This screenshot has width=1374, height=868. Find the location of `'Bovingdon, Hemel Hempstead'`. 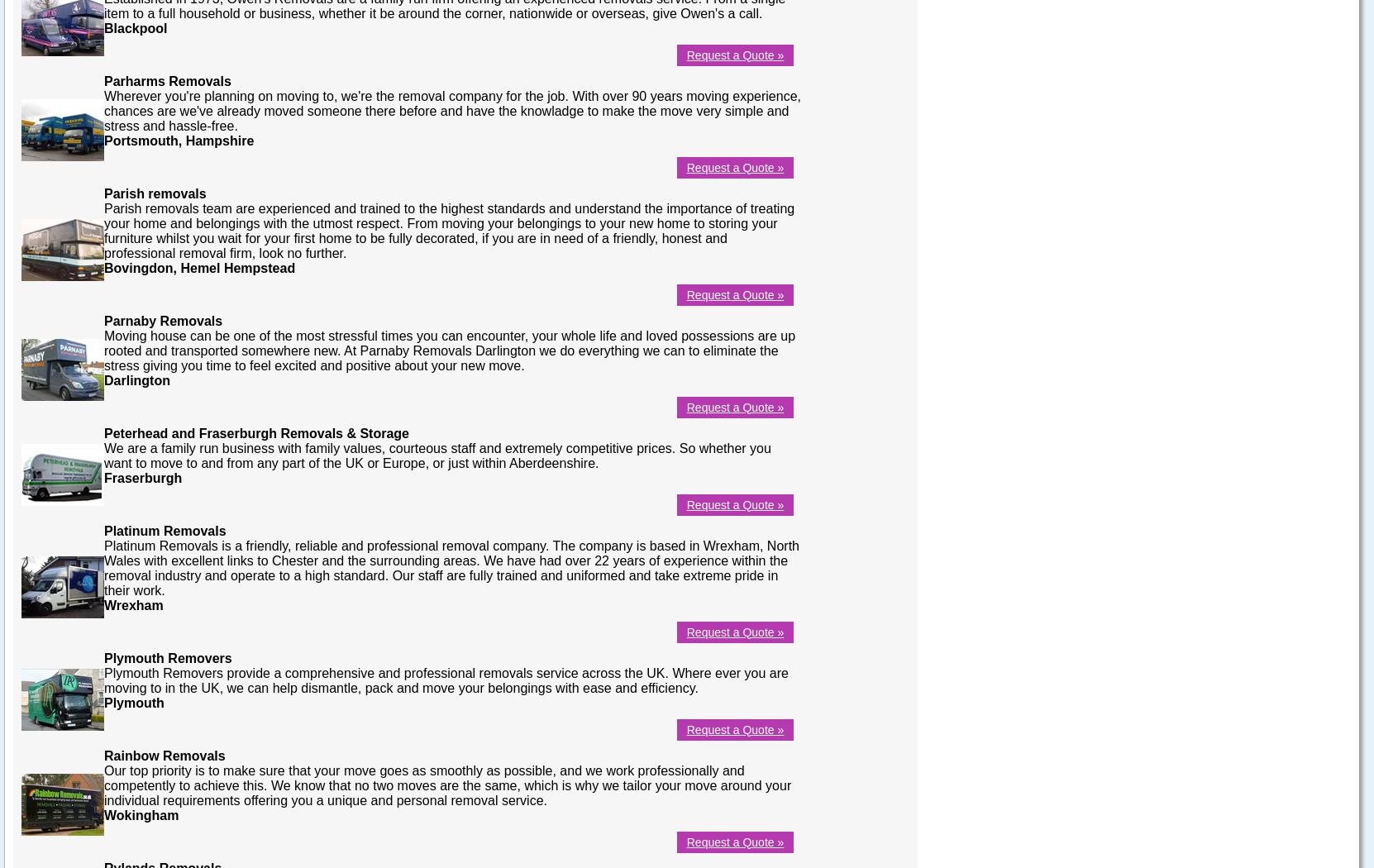

'Bovingdon, Hemel Hempstead' is located at coordinates (198, 267).